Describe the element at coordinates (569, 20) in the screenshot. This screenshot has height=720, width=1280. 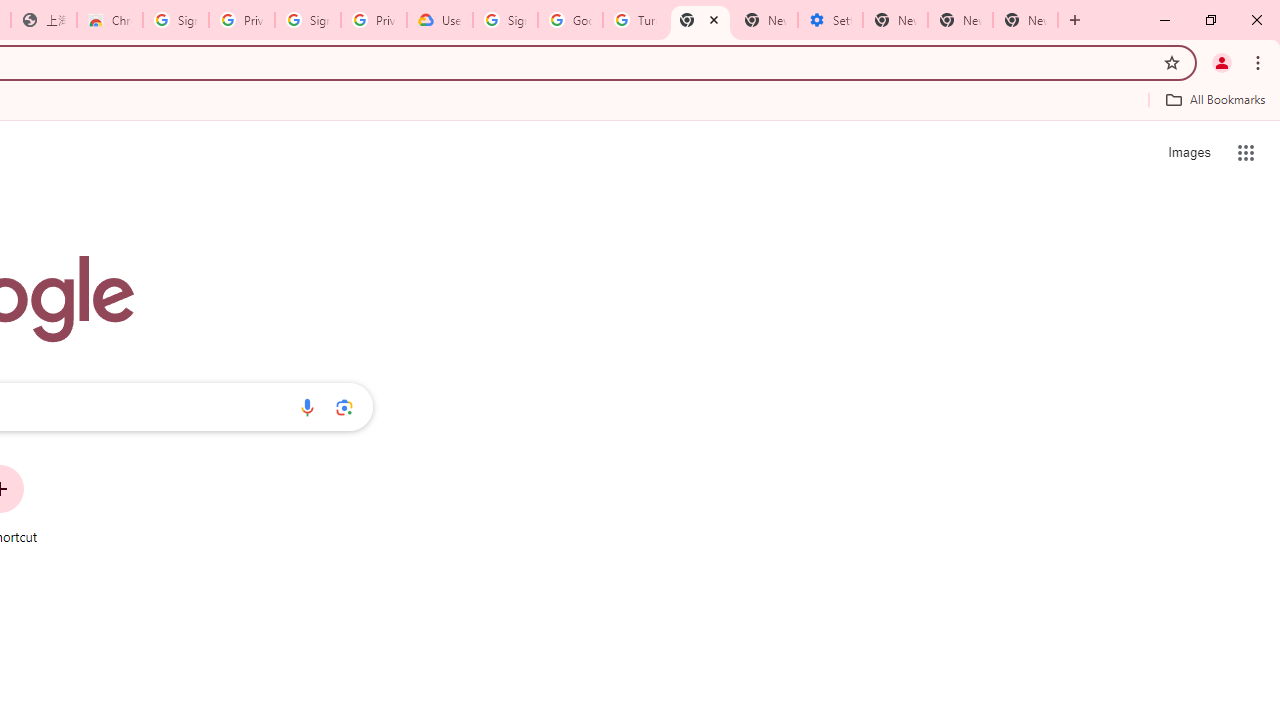
I see `'Google Account Help'` at that location.